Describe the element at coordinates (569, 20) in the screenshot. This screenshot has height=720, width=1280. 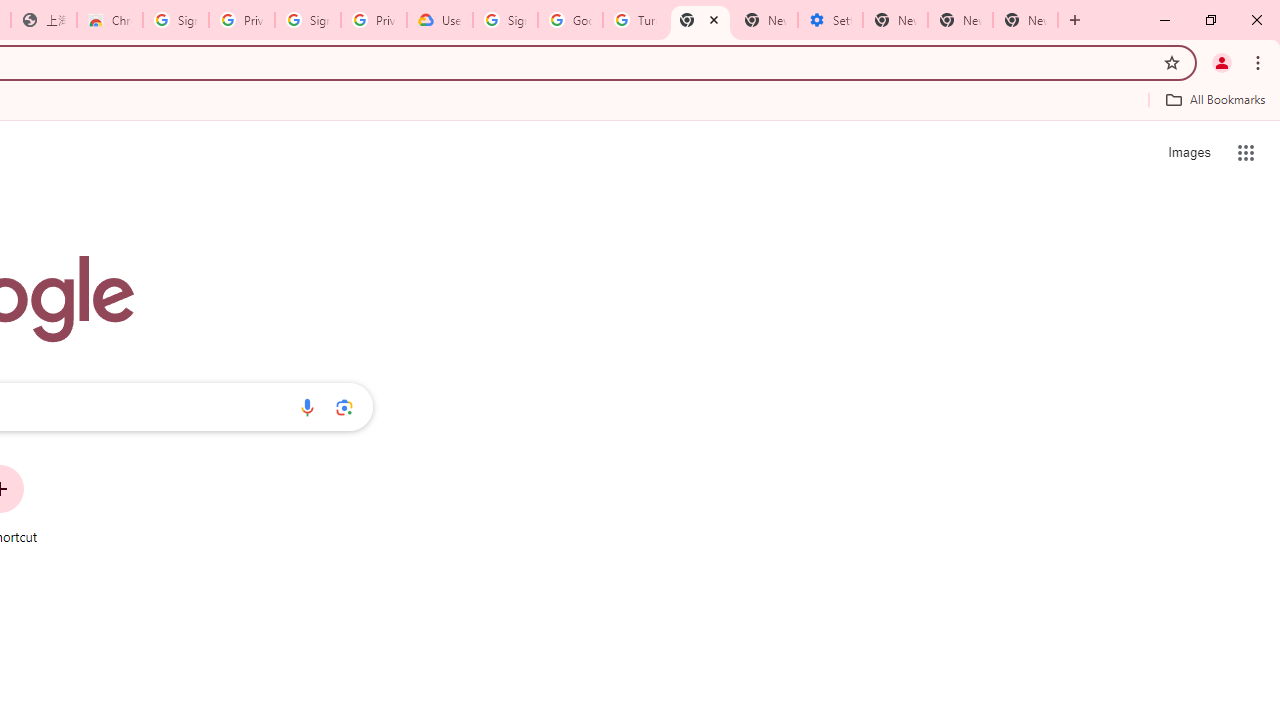
I see `'Google Account Help'` at that location.